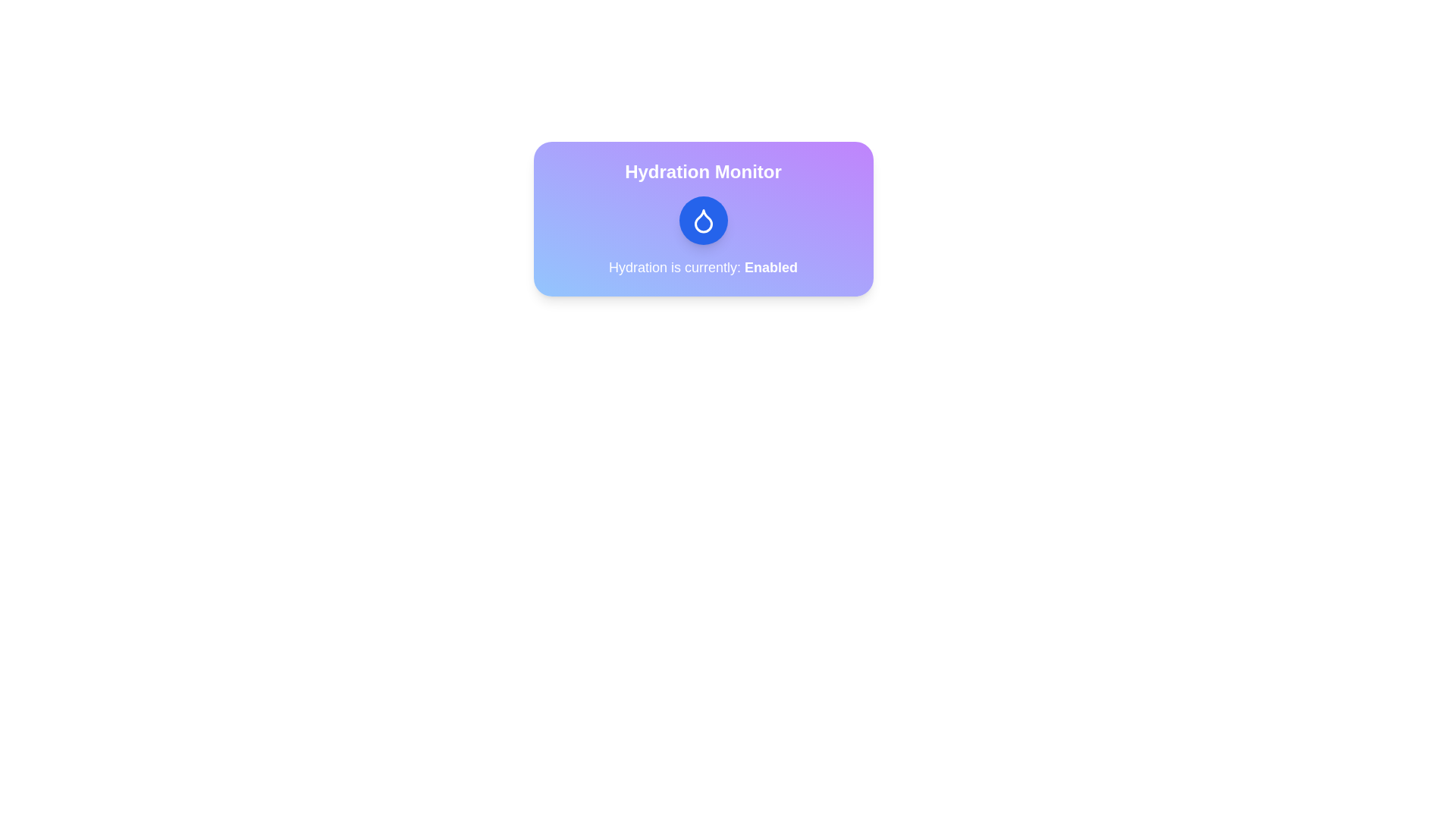  What do you see at coordinates (702, 220) in the screenshot?
I see `the hydration monitor toggle button to change its state` at bounding box center [702, 220].